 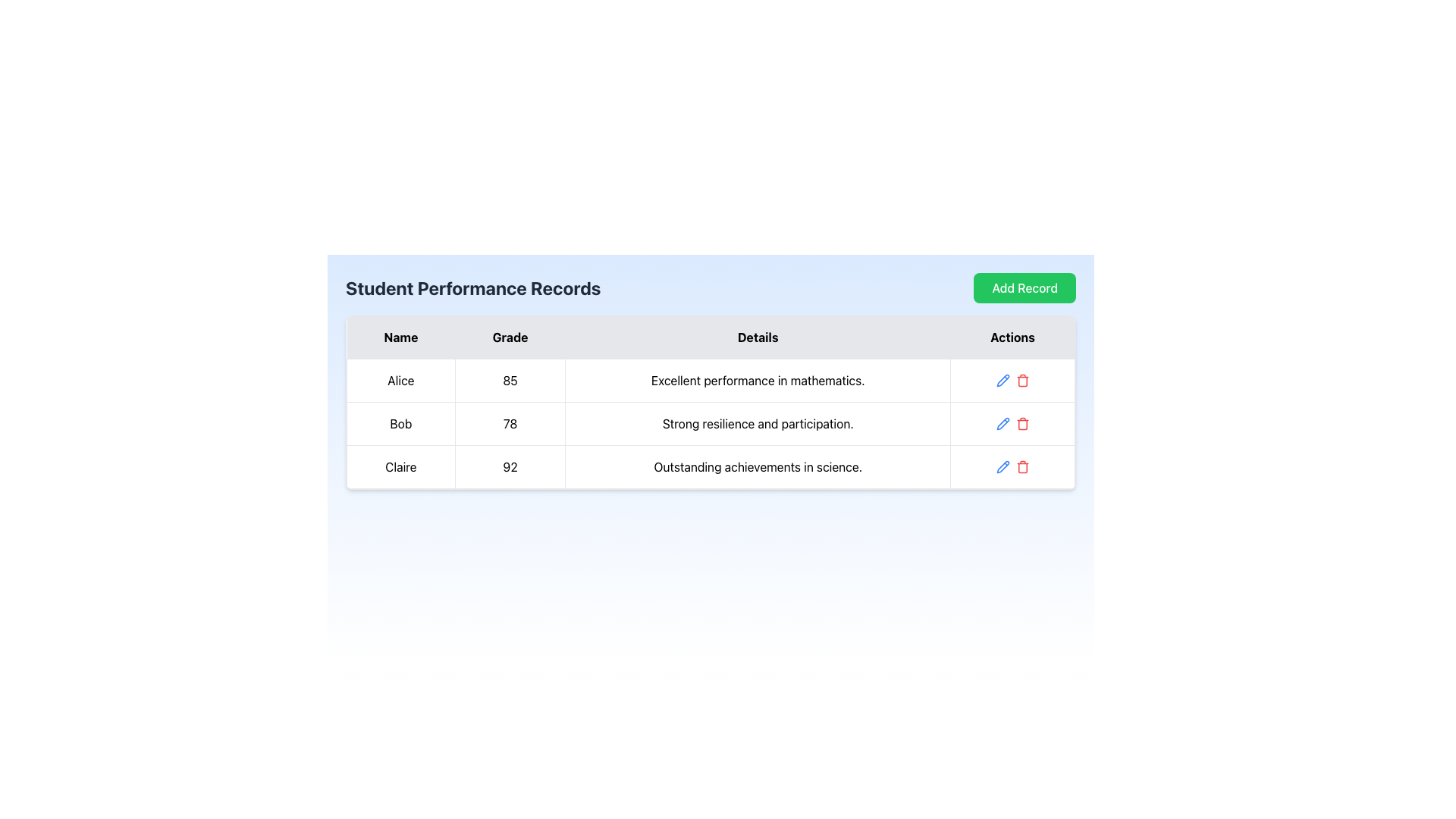 I want to click on the static text field displaying '92' in the Grade column of Claire's performance record within the table, so click(x=510, y=466).